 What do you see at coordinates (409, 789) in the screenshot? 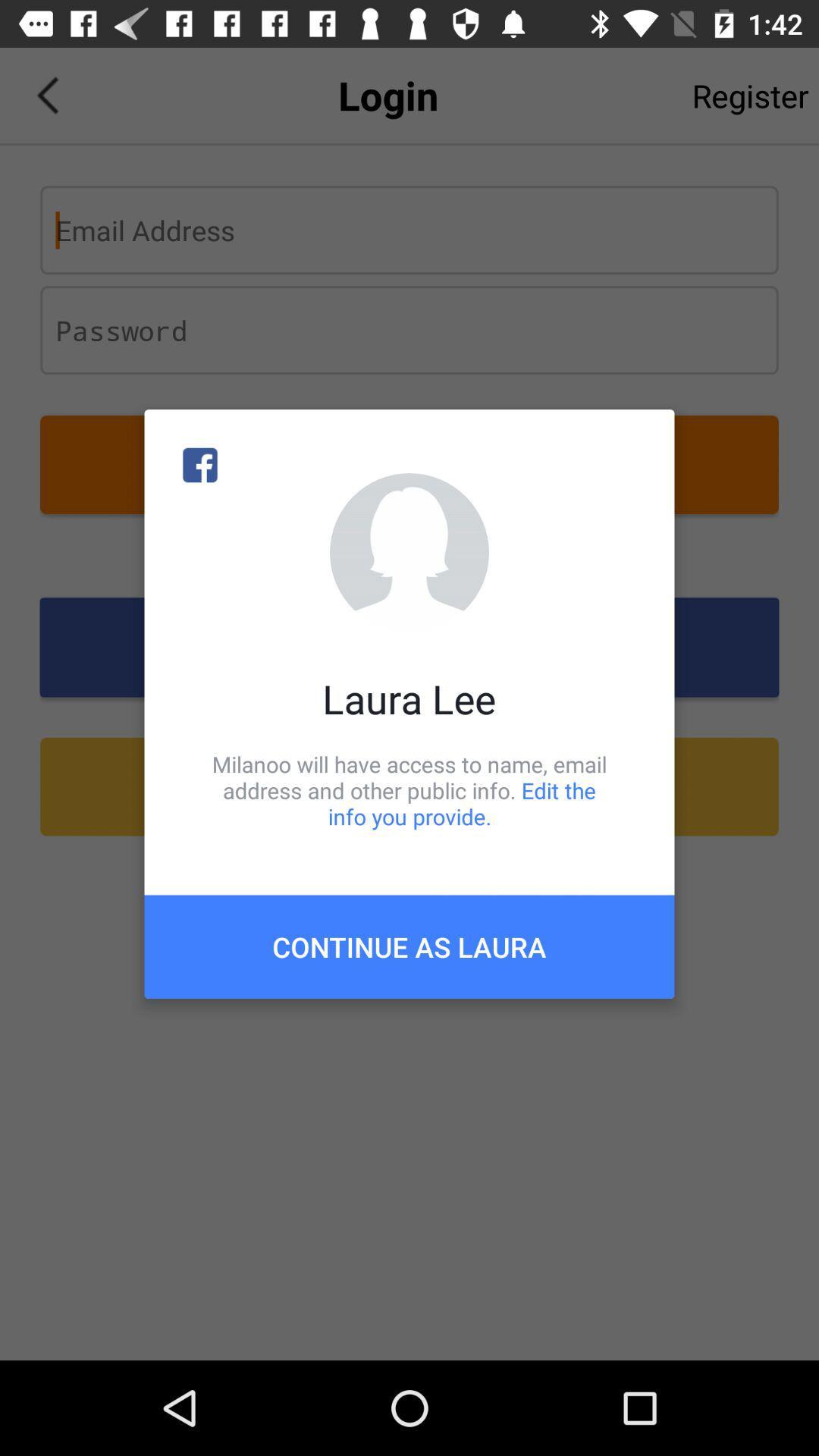
I see `icon below laura lee` at bounding box center [409, 789].